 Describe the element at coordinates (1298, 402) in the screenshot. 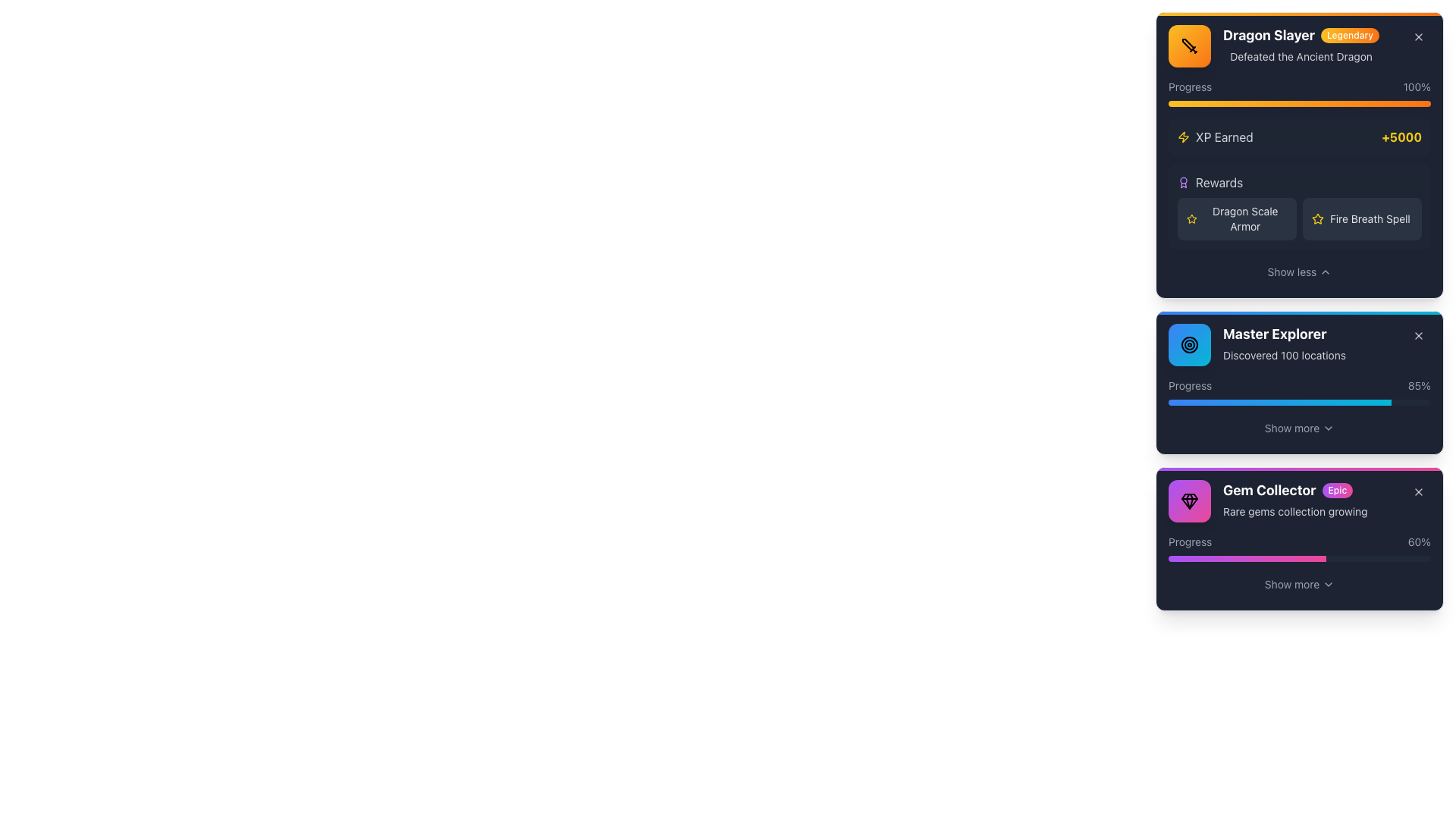

I see `the first progress bar indicating 85% progress in the 'Master Explorer' section, located directly under the 'Progress' label` at that location.